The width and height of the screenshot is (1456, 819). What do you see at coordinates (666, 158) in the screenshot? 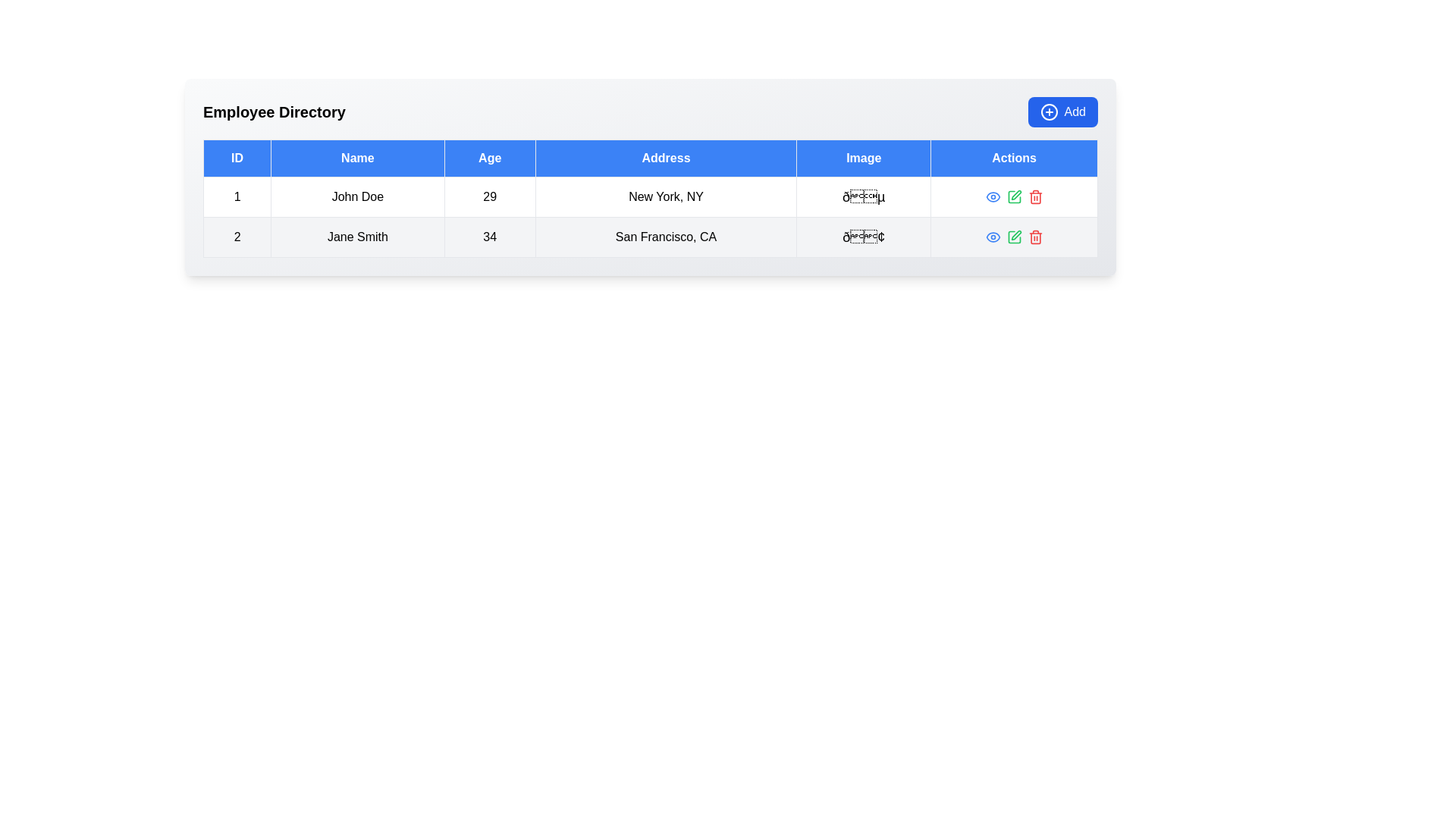
I see `the 'Address' table header cell with a blue background to sort the column` at bounding box center [666, 158].